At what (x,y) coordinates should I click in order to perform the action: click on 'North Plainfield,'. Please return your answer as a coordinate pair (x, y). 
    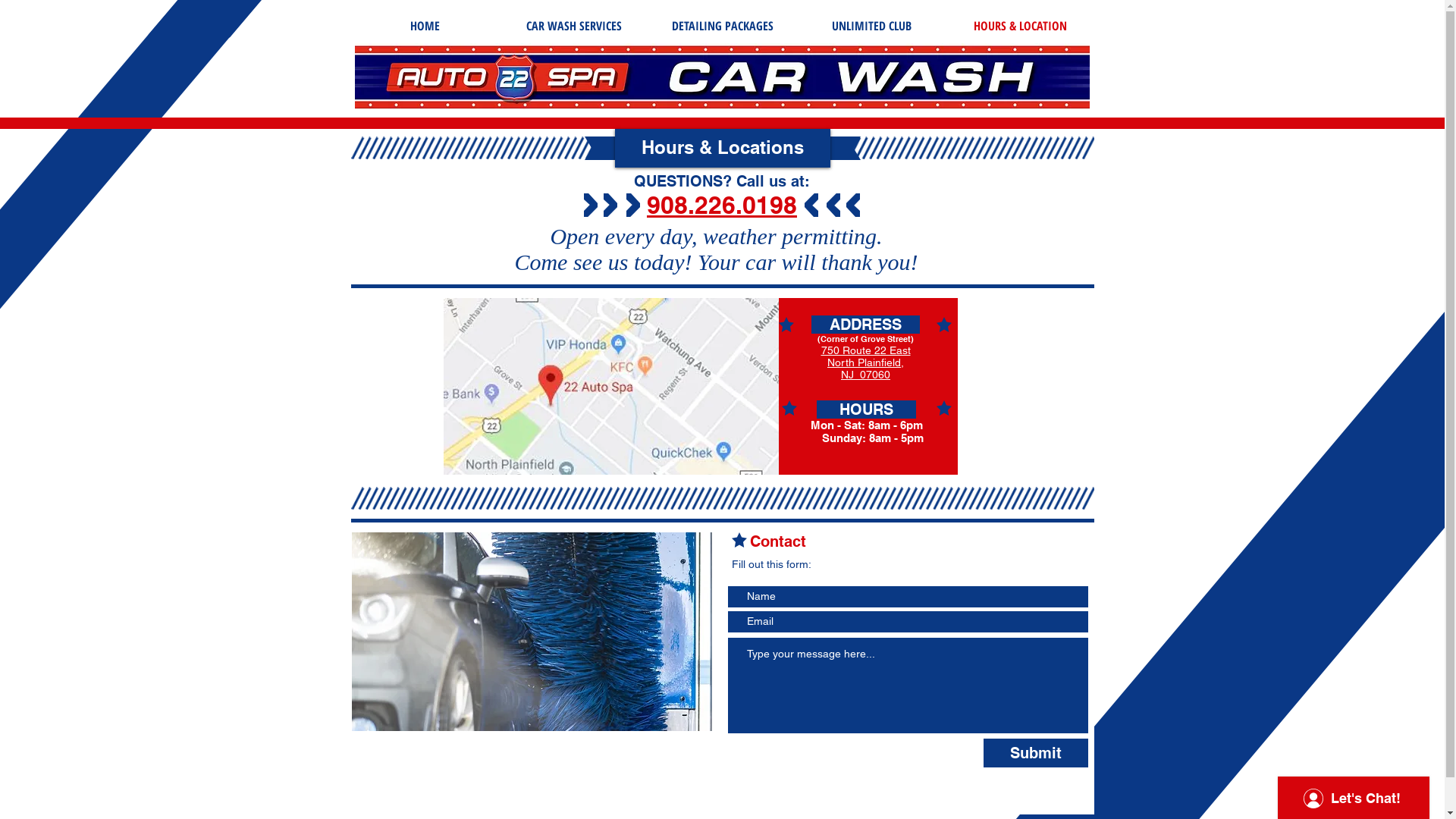
    Looking at the image, I should click on (865, 362).